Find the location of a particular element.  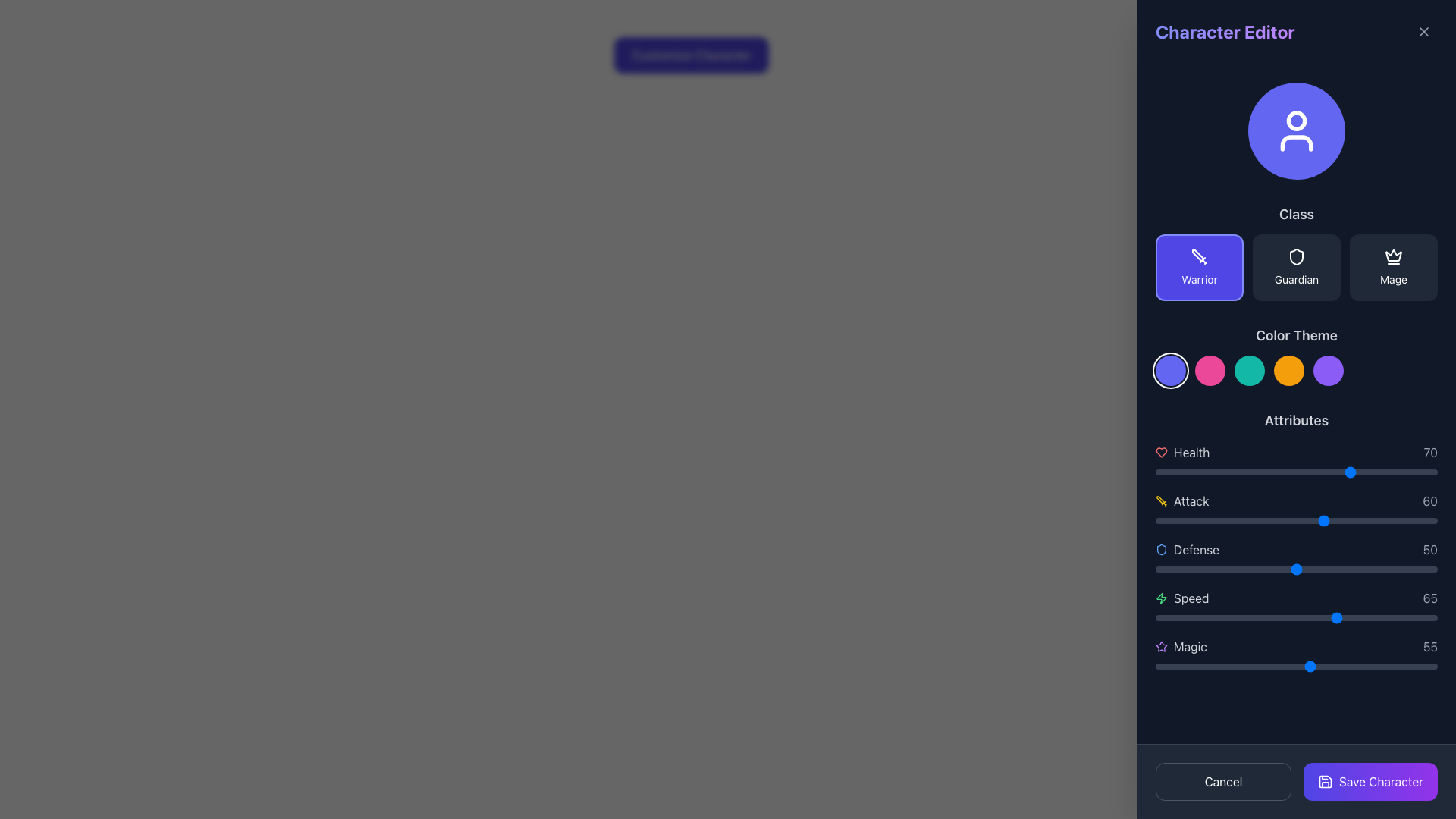

the 'Attack' slider, which is a horizontal slider labeled with a sword icon on the left and '60' on the right is located at coordinates (1295, 510).